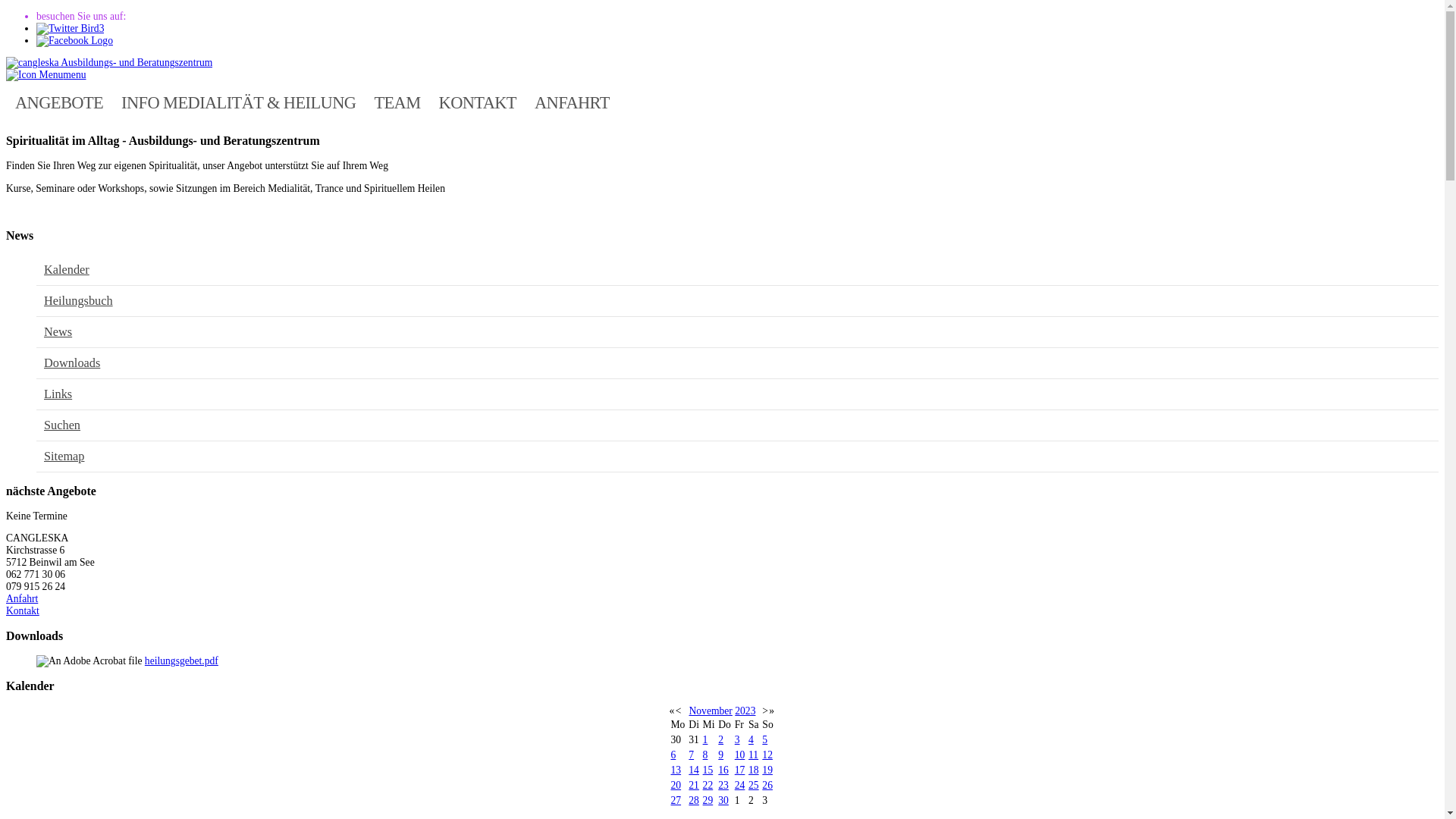  I want to click on 'Links', so click(58, 393).